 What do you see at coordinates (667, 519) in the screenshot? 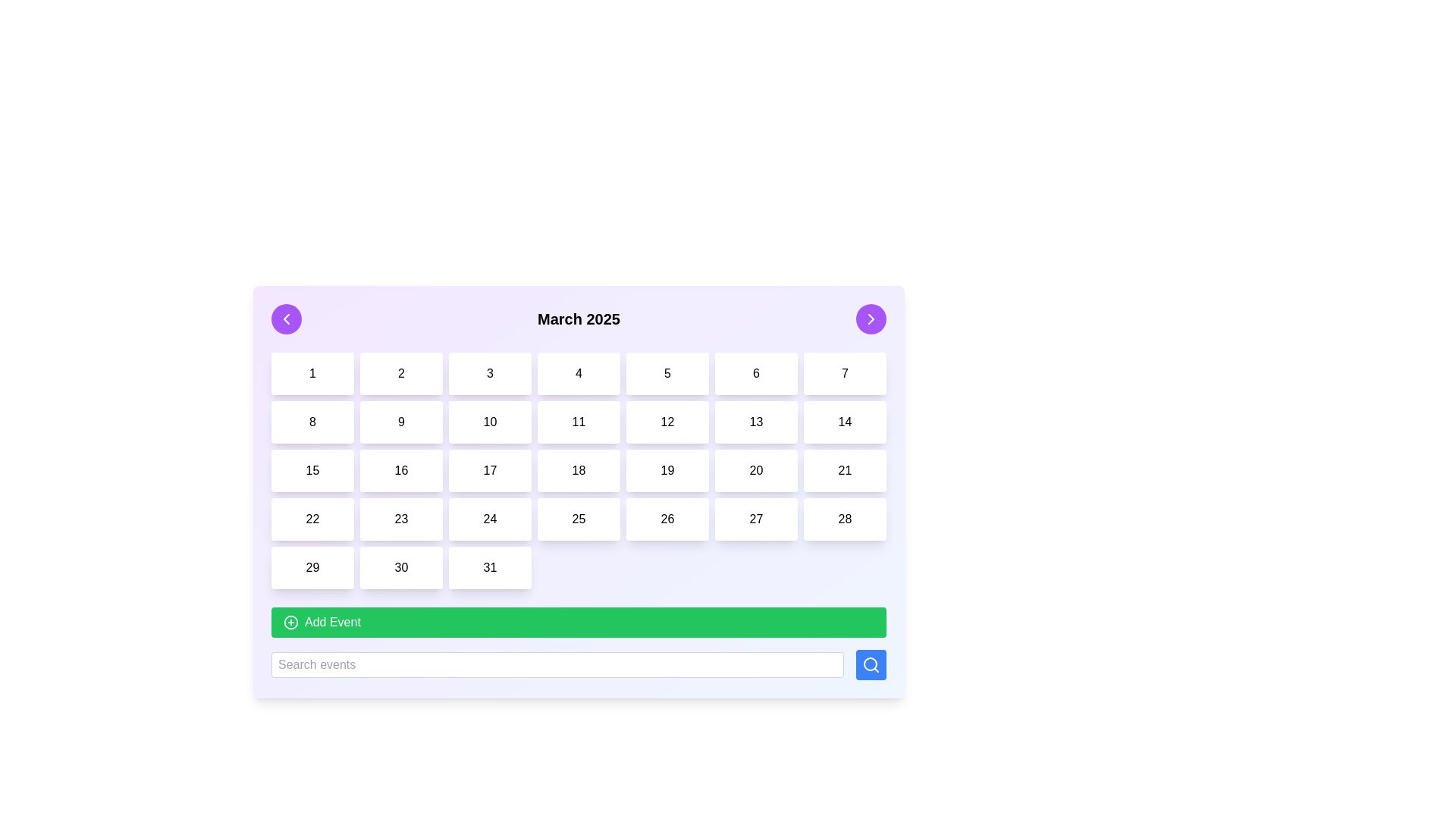
I see `the static informational text element representing the date '26' in the calendar view, which is positioned in the fourth row and fifth column of the grid layout` at bounding box center [667, 519].